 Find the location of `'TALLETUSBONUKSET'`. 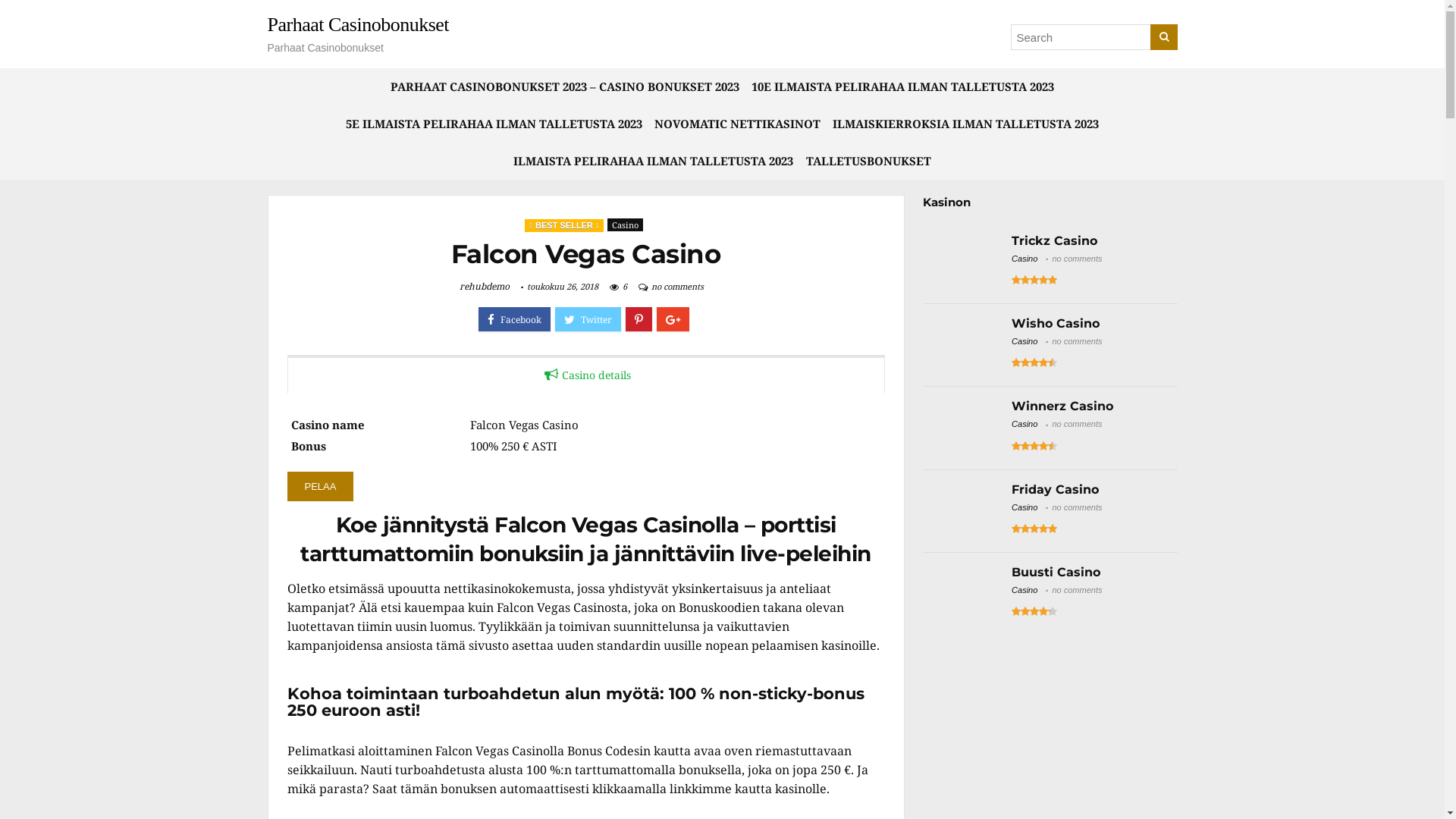

'TALLETUSBONUKSET' is located at coordinates (868, 161).